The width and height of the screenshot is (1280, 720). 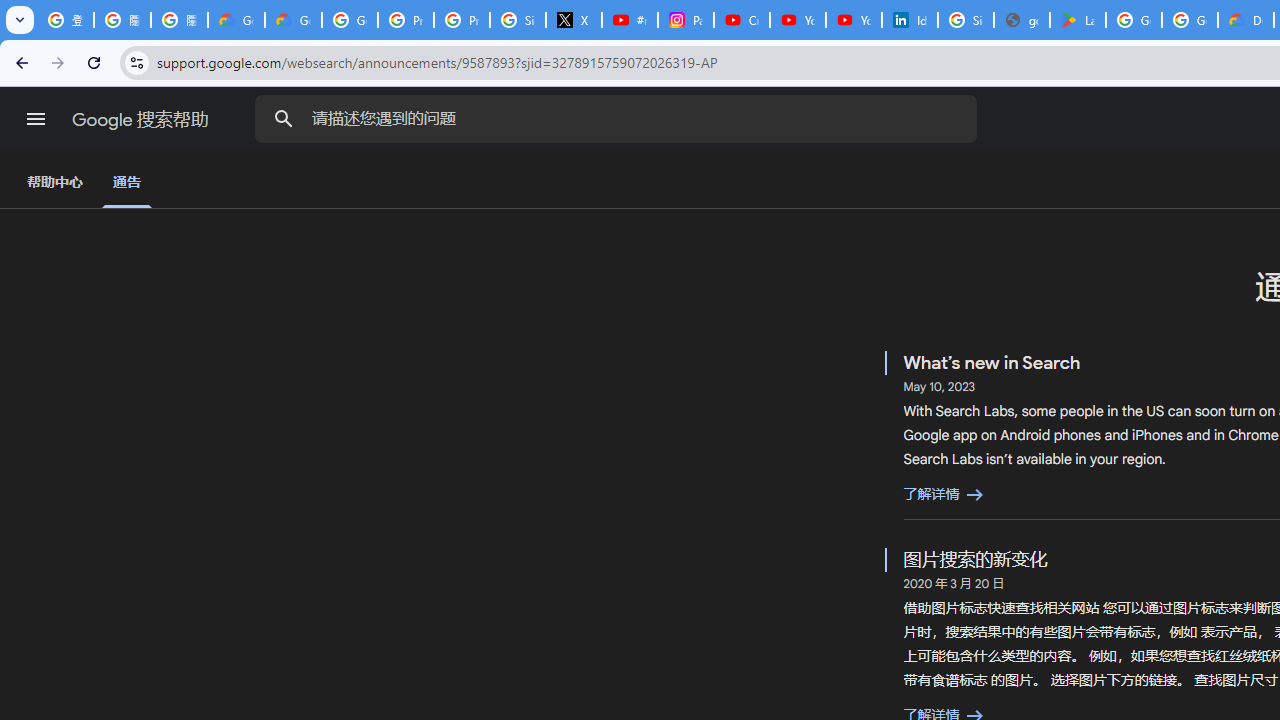 What do you see at coordinates (853, 20) in the screenshot?
I see `'YouTube Culture & Trends - YouTube Top 10, 2021'` at bounding box center [853, 20].